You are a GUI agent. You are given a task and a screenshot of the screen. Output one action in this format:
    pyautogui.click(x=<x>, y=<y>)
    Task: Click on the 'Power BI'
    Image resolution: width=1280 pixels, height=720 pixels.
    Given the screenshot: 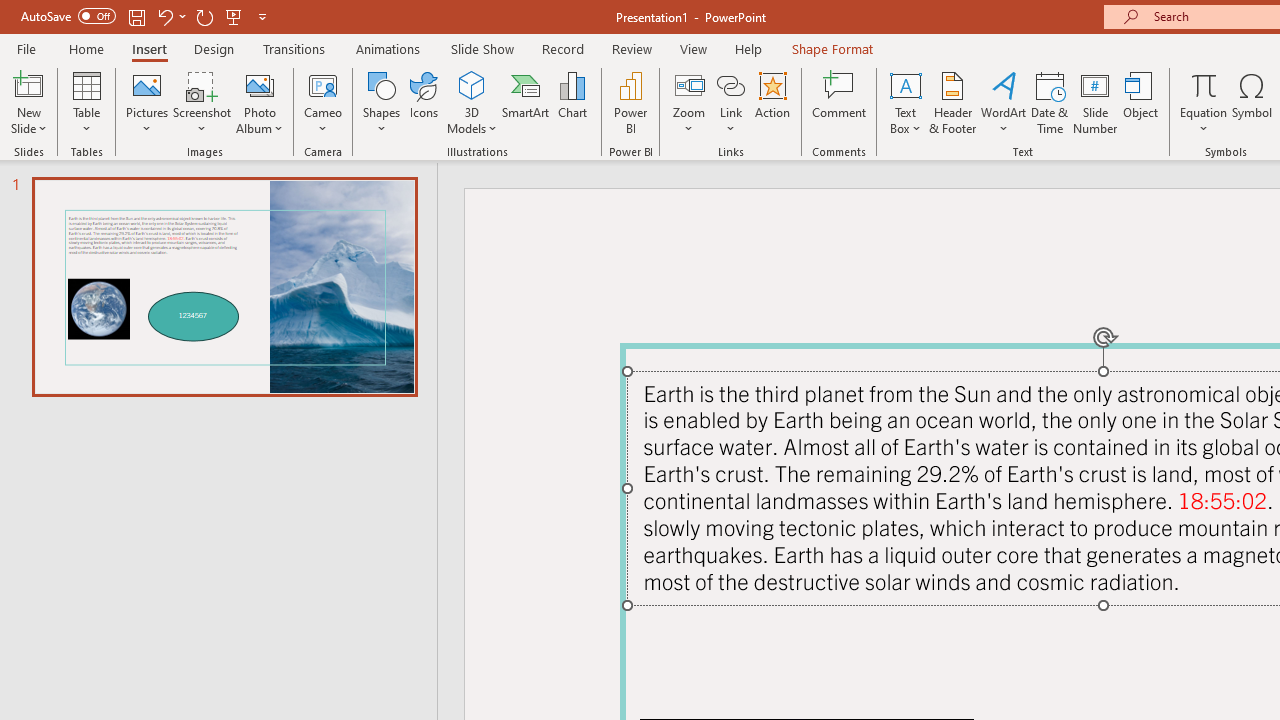 What is the action you would take?
    pyautogui.click(x=630, y=103)
    